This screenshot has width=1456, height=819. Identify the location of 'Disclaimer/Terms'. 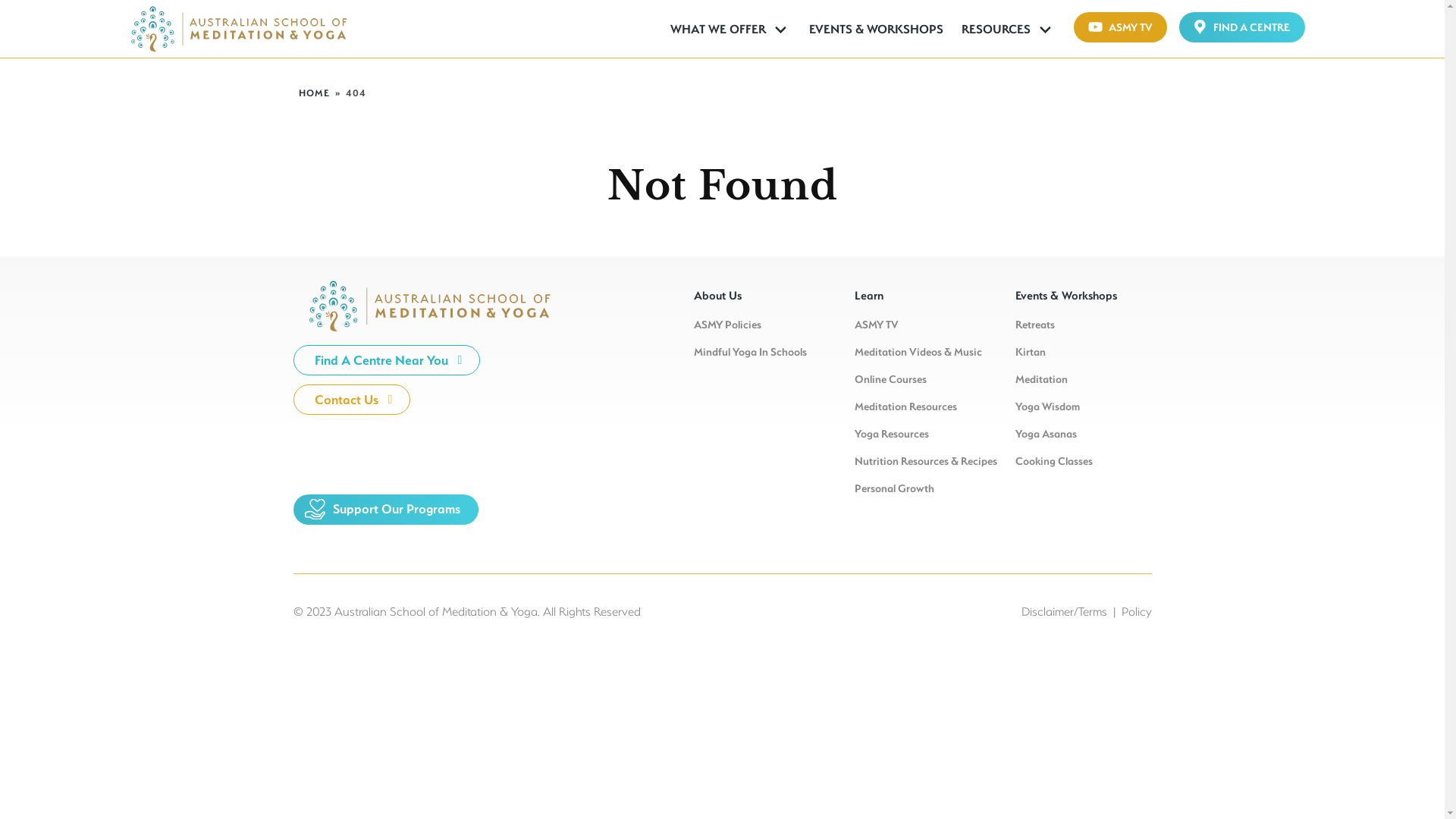
(1062, 610).